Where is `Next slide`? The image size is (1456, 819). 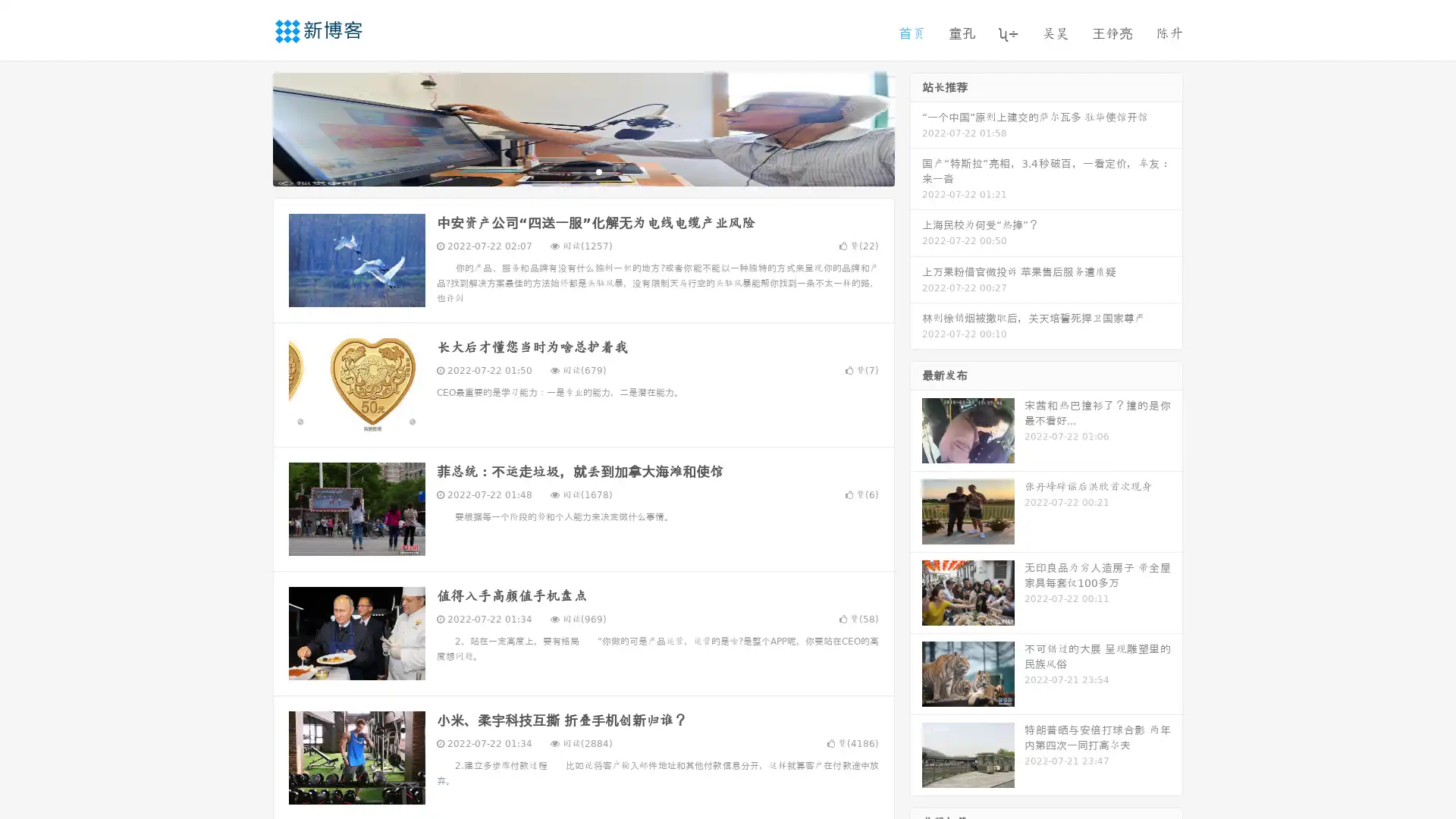 Next slide is located at coordinates (916, 127).